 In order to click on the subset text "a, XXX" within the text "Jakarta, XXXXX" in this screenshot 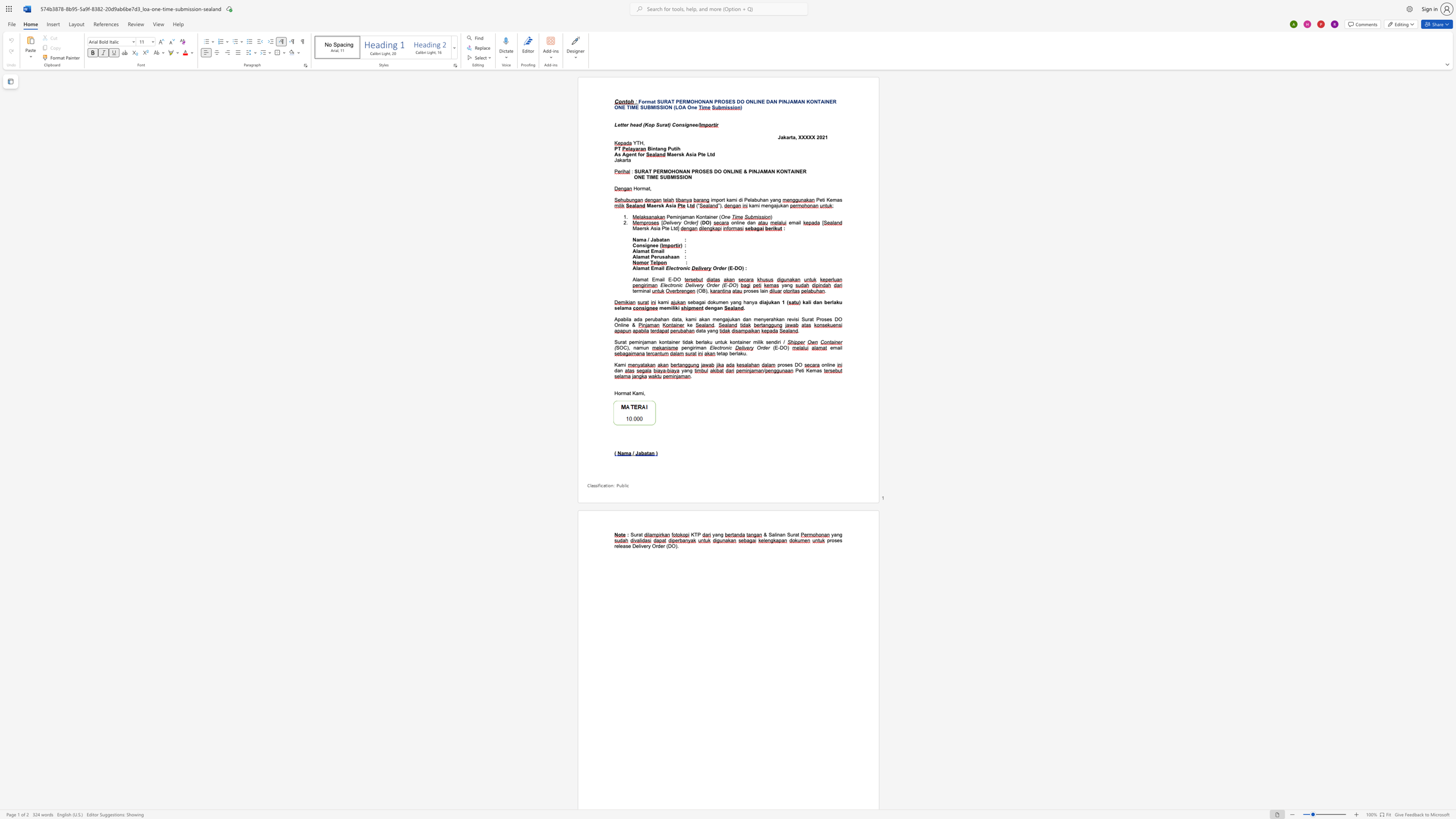, I will do `click(792, 137)`.